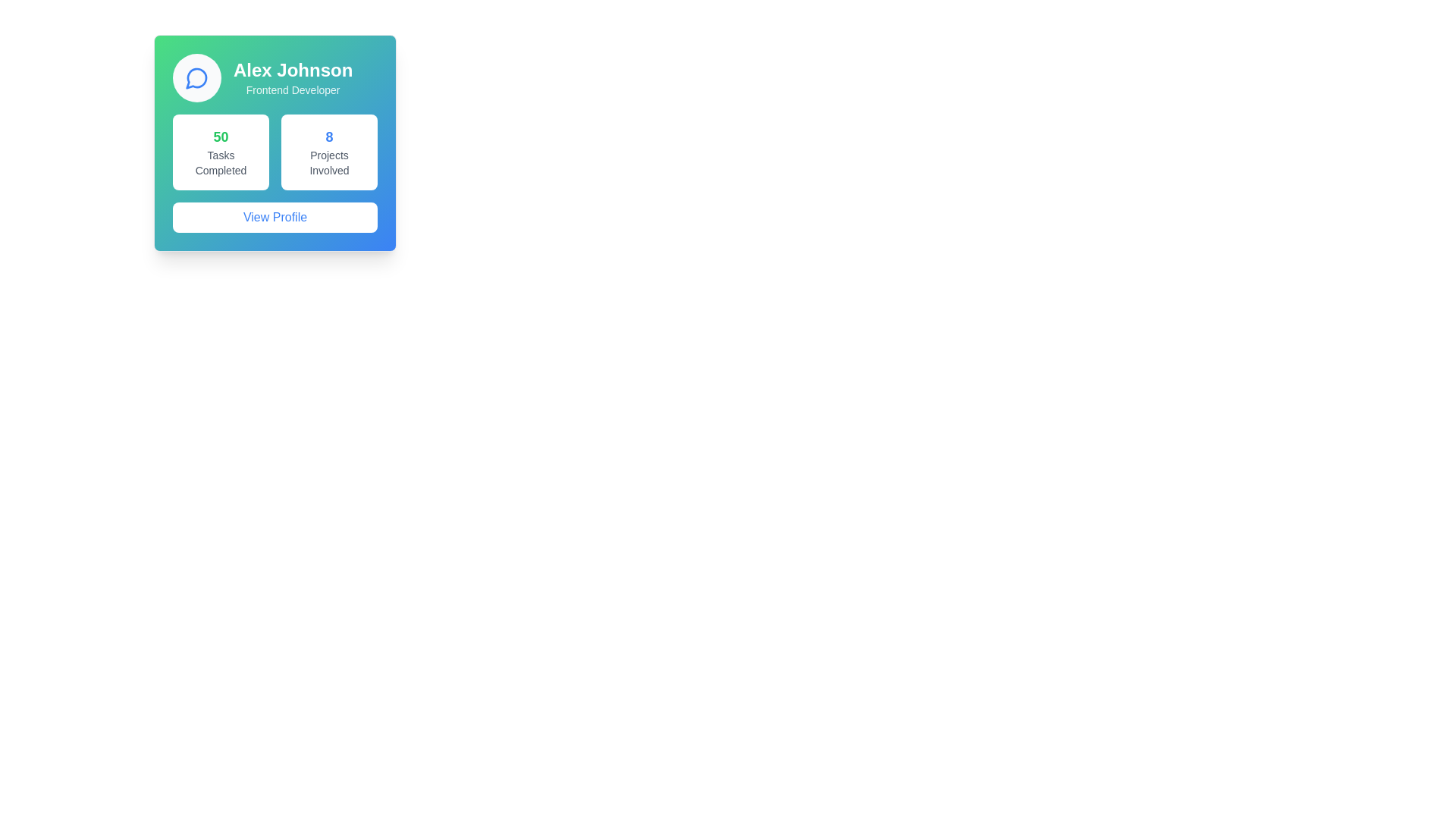 Image resolution: width=1456 pixels, height=819 pixels. Describe the element at coordinates (293, 90) in the screenshot. I see `the text label that displays the job title or role associated with the user 'Alex Johnson', located within the user profile card, positioned below the user's name` at that location.